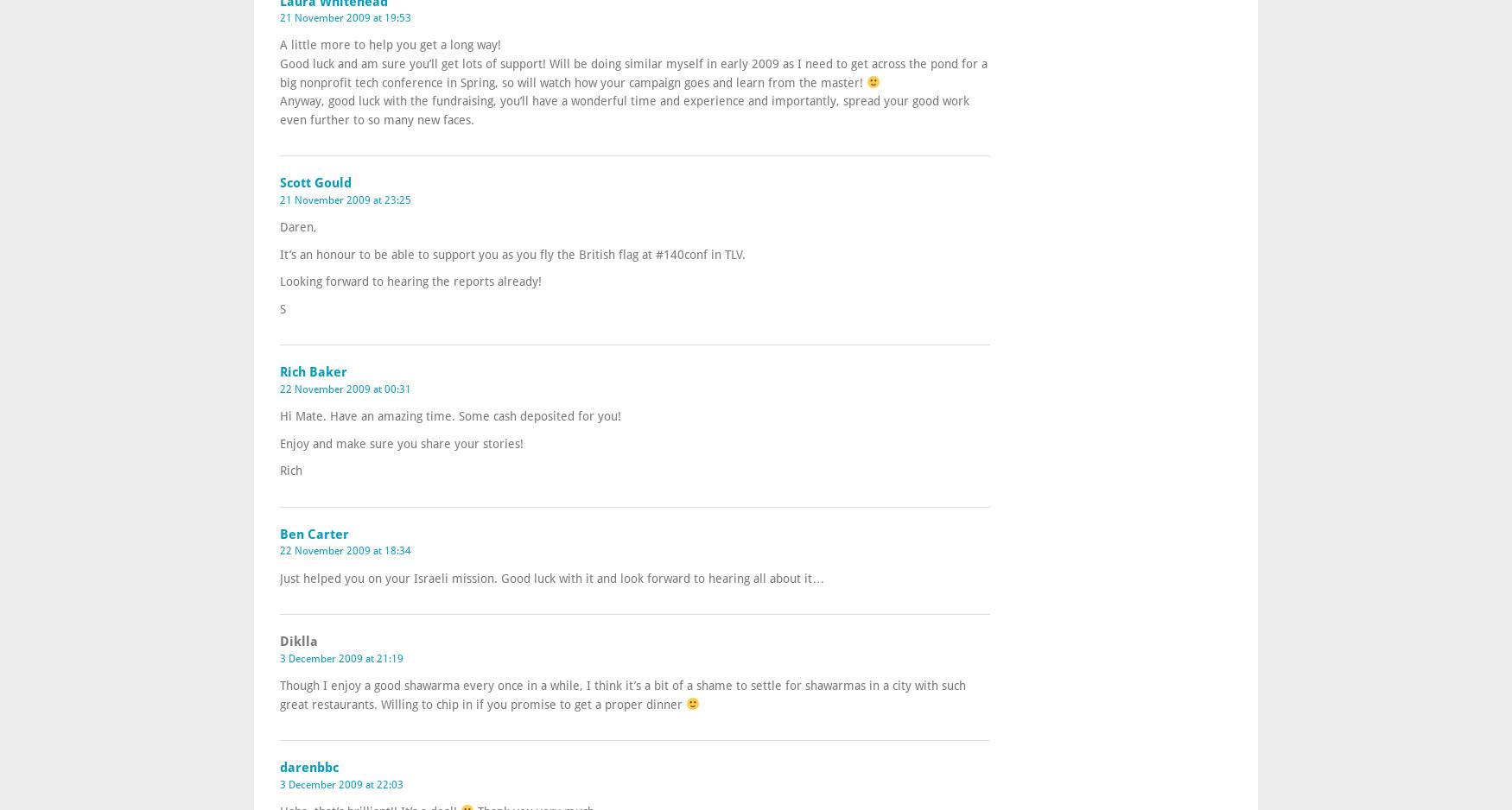 This screenshot has width=1512, height=810. I want to click on 'Scott Gould', so click(315, 182).